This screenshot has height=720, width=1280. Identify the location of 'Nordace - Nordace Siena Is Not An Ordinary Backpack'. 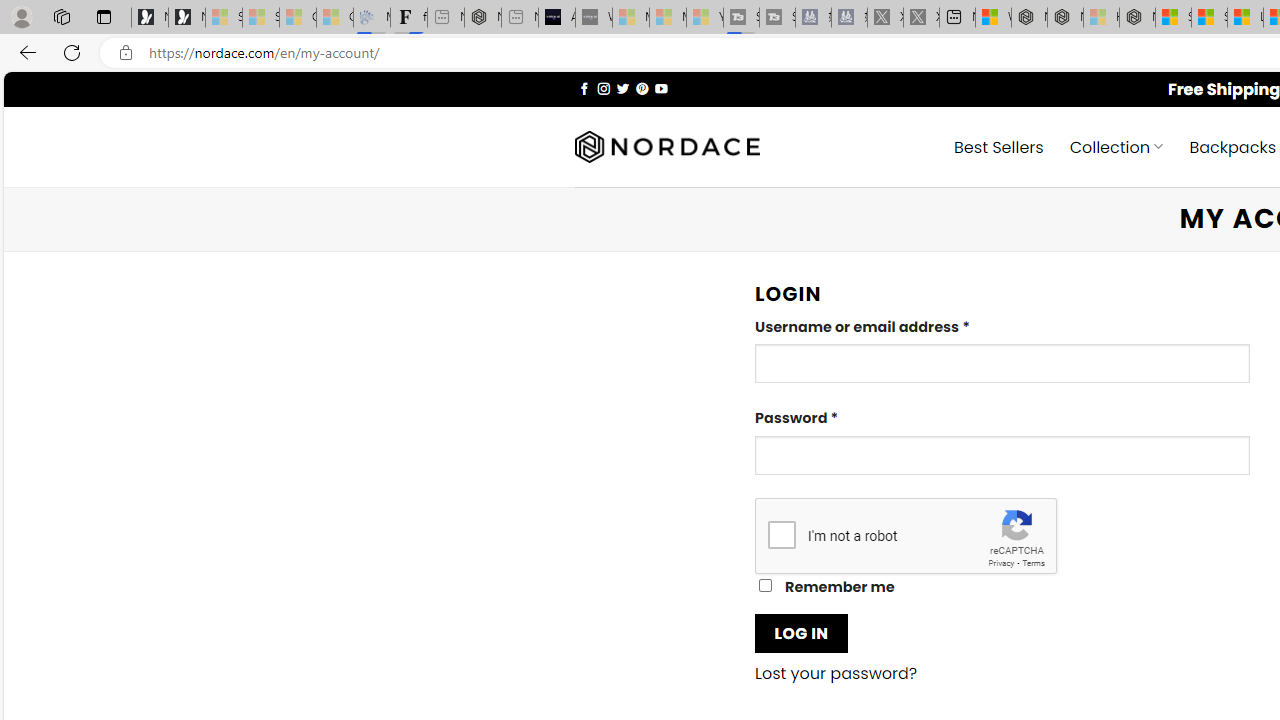
(1137, 17).